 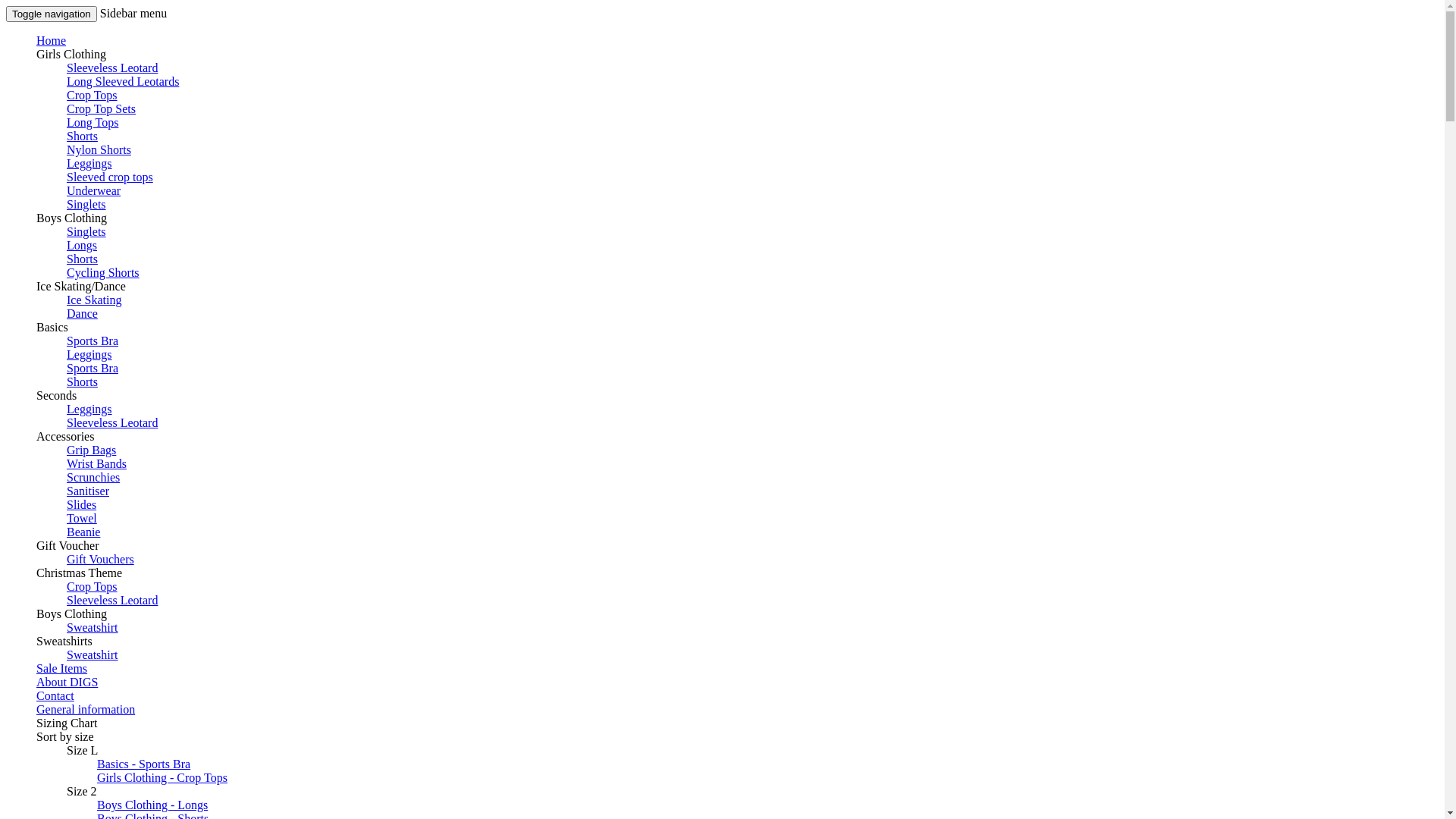 I want to click on 'Leggings', so click(x=89, y=354).